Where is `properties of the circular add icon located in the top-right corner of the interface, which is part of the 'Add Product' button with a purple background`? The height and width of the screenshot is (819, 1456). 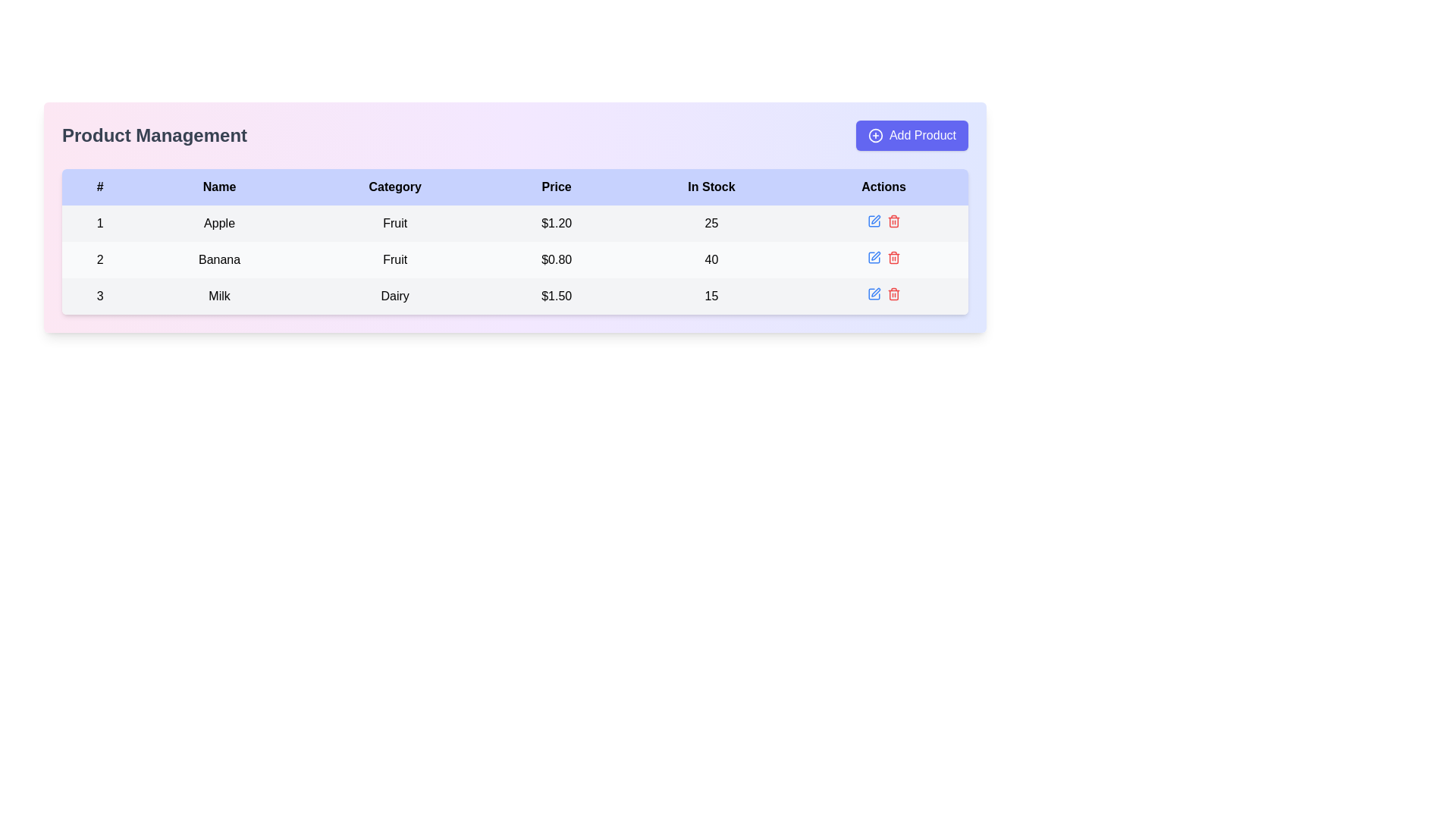 properties of the circular add icon located in the top-right corner of the interface, which is part of the 'Add Product' button with a purple background is located at coordinates (875, 134).